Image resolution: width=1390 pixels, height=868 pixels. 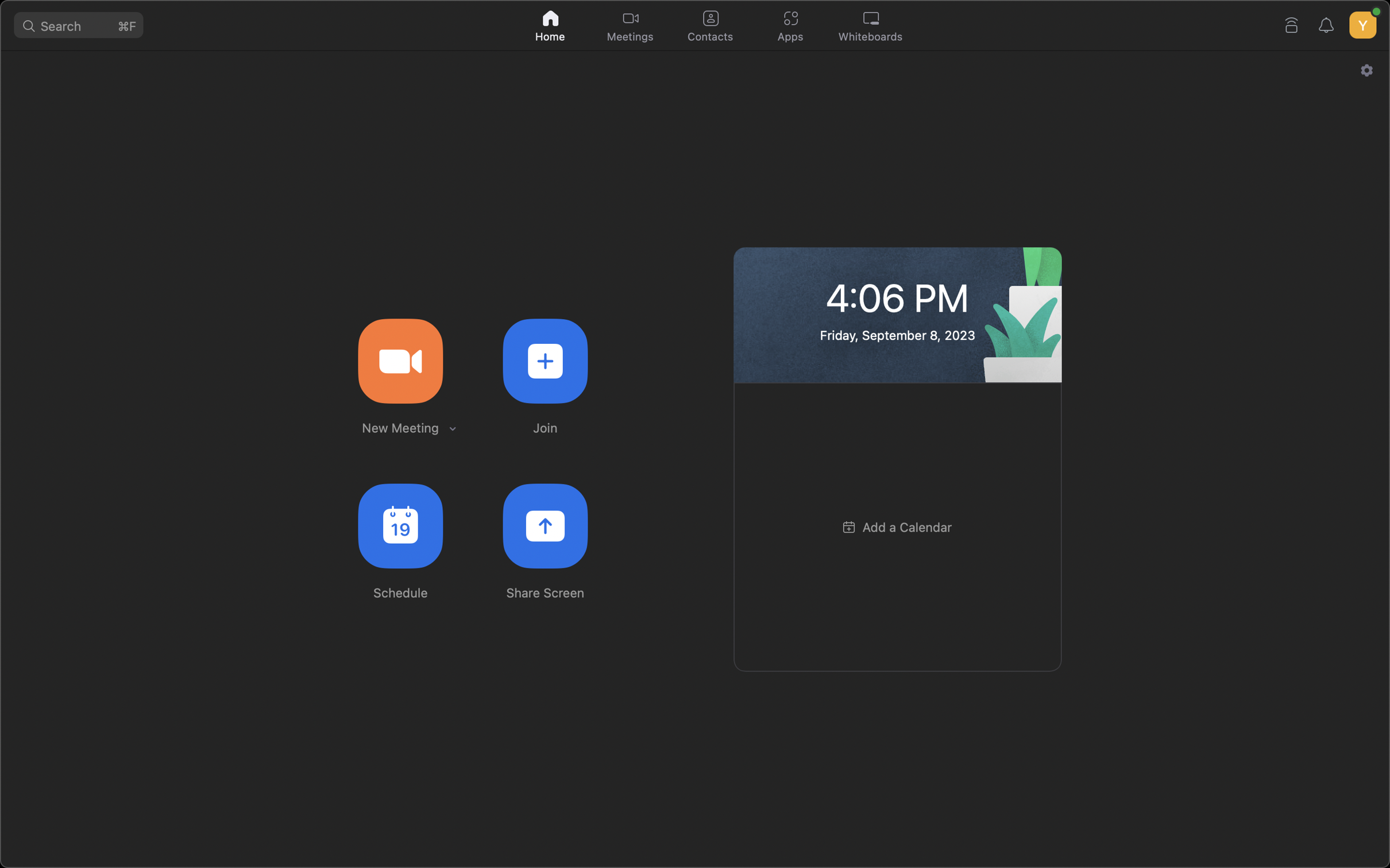 I want to click on To reach your account configurations, tap on the account symbol, so click(x=1361, y=22).